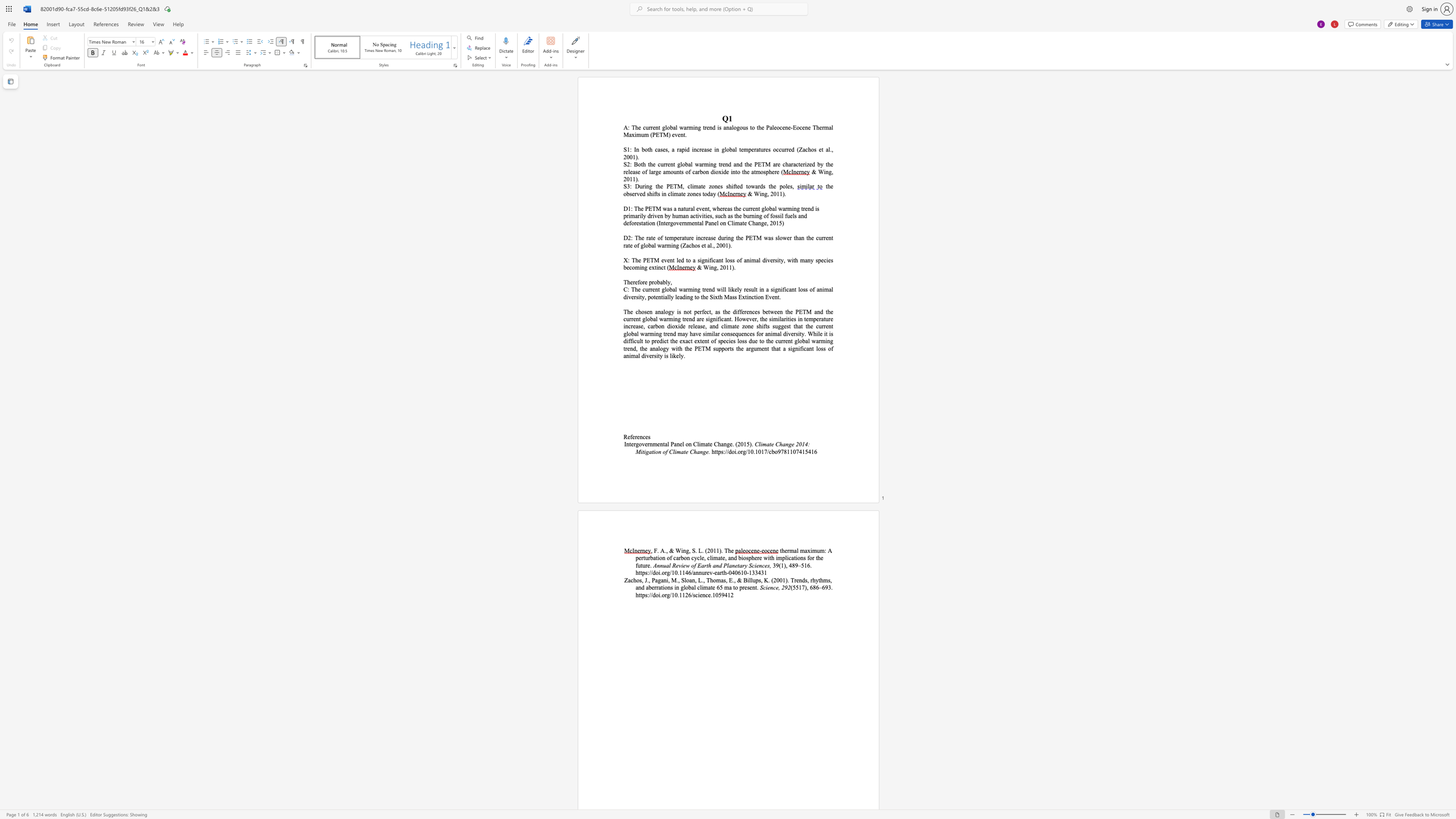  I want to click on the subset text "re i" within the text "D2: The rate of temperature i", so click(689, 237).